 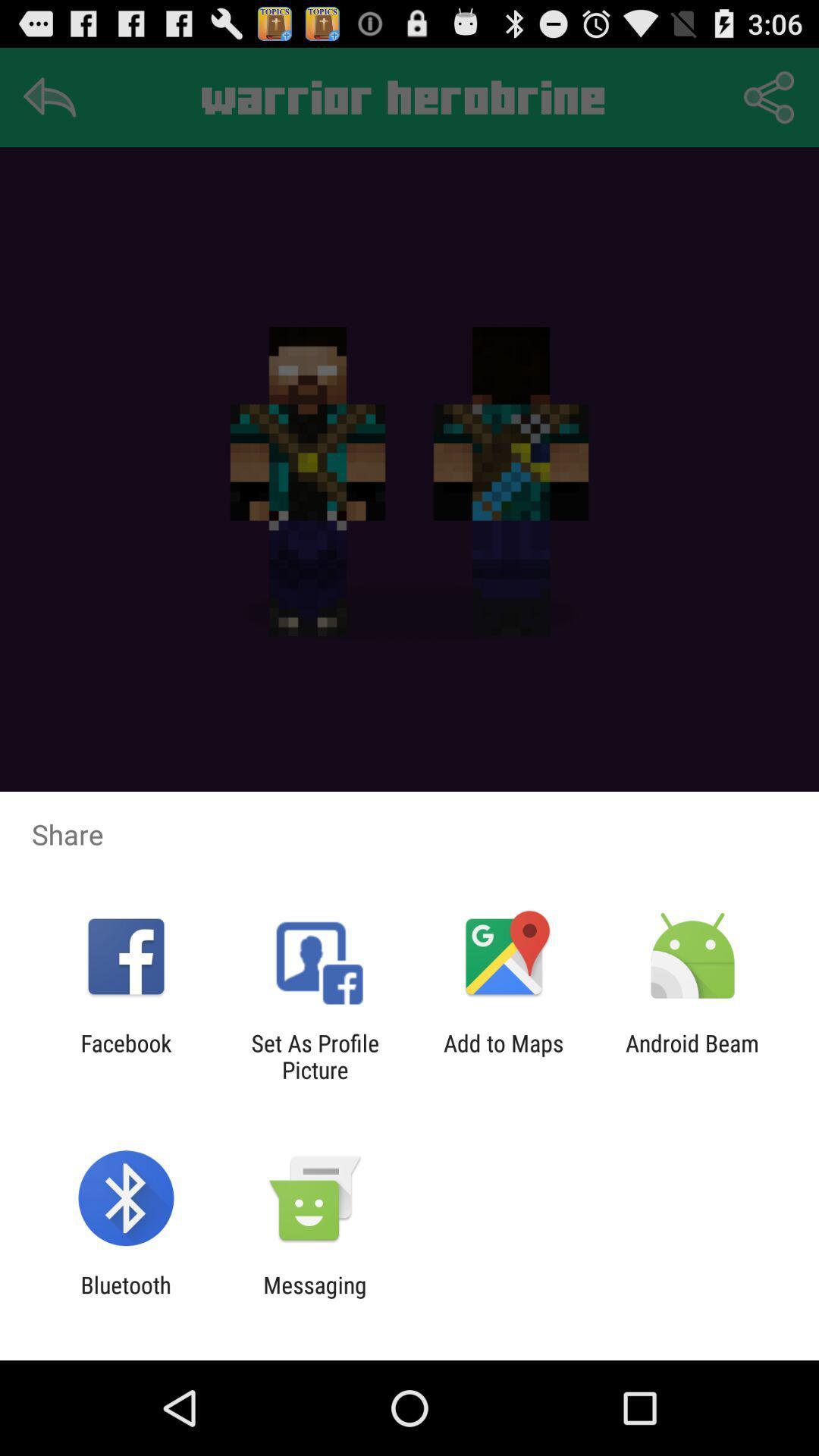 I want to click on the item to the right of add to maps app, so click(x=692, y=1056).